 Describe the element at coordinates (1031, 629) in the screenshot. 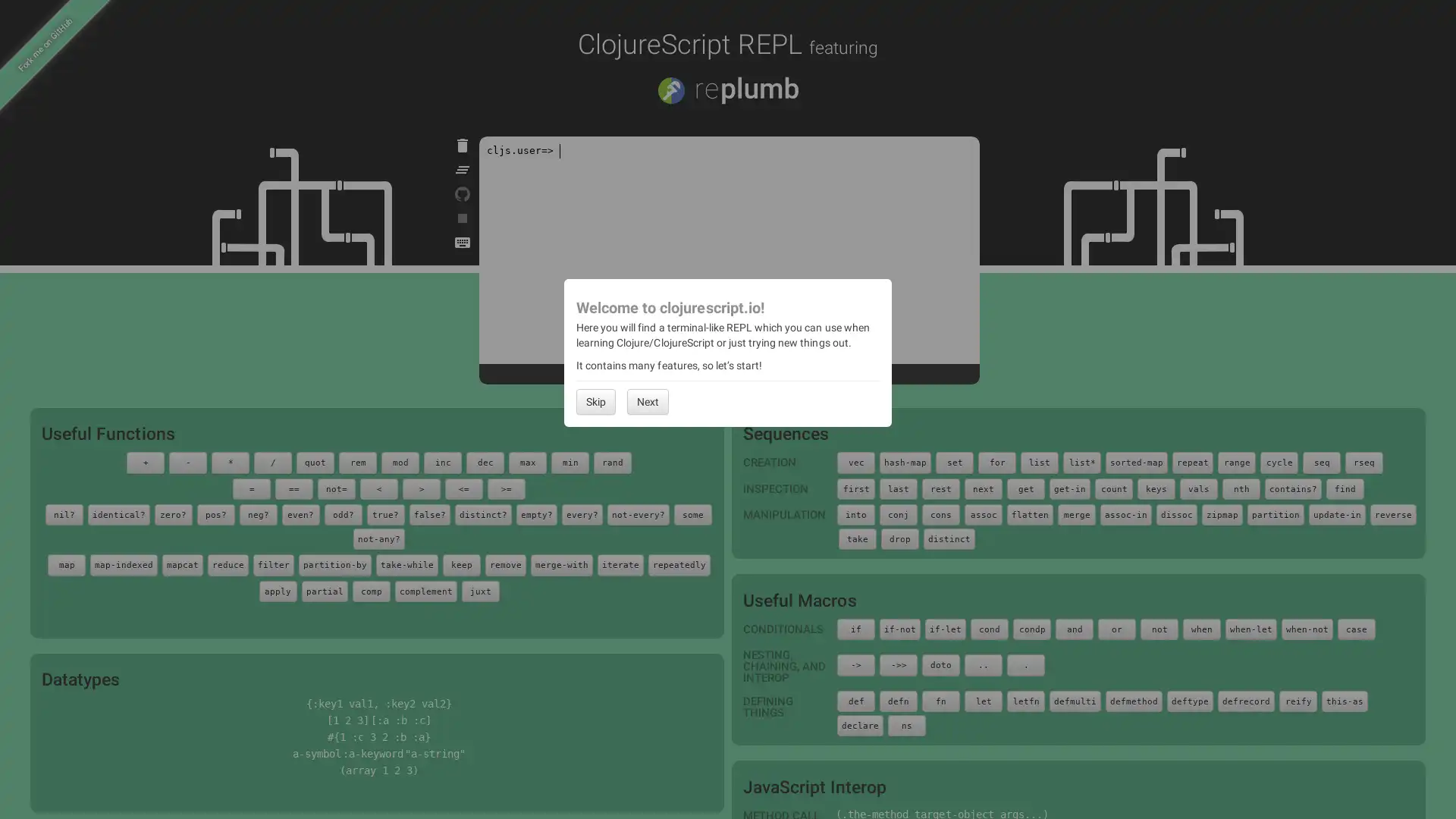

I see `condp` at that location.